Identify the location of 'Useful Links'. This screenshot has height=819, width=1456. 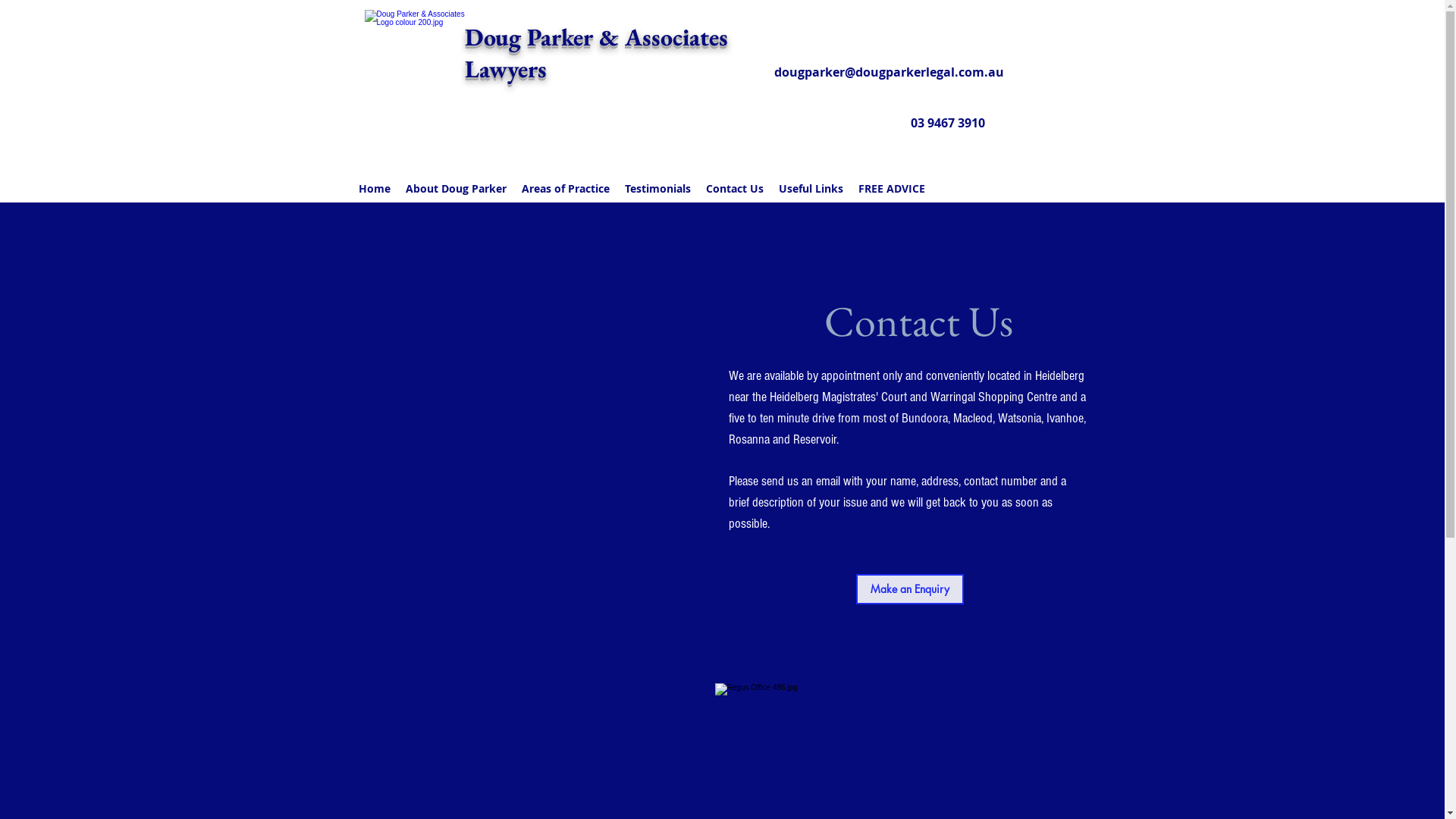
(809, 188).